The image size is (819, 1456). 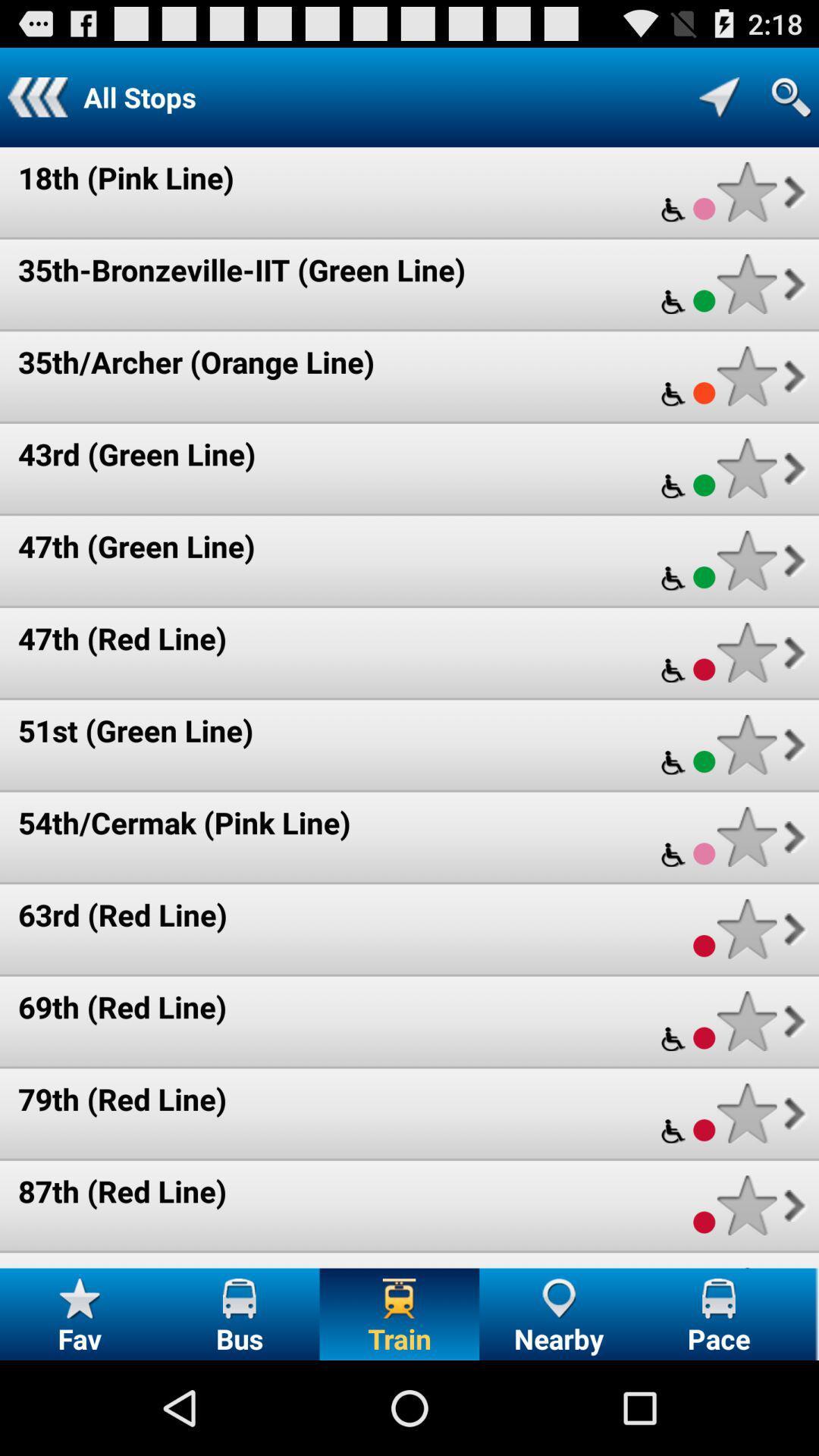 What do you see at coordinates (36, 96) in the screenshot?
I see `go back` at bounding box center [36, 96].